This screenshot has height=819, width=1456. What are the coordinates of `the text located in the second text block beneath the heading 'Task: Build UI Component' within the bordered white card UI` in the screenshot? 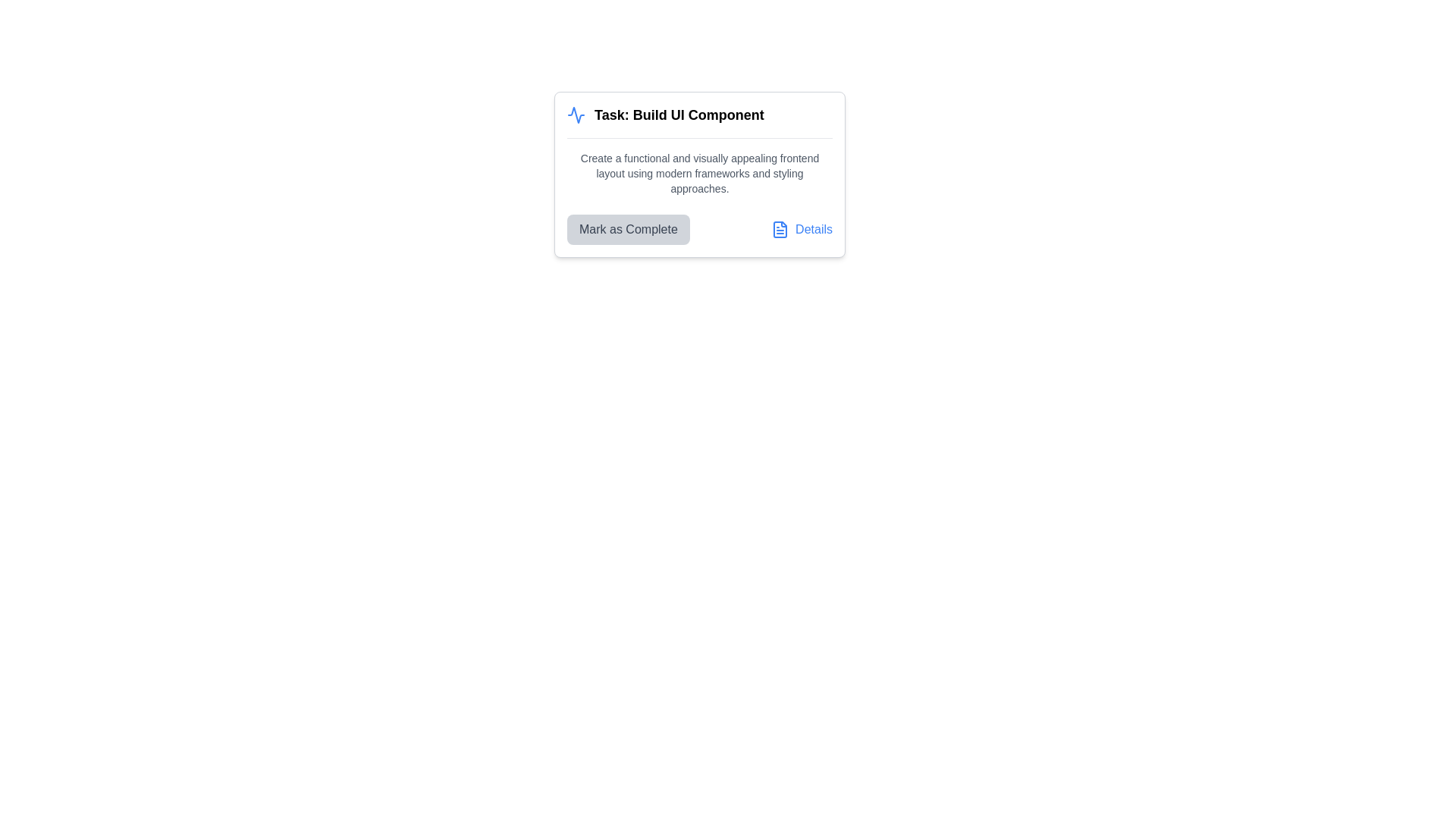 It's located at (698, 172).